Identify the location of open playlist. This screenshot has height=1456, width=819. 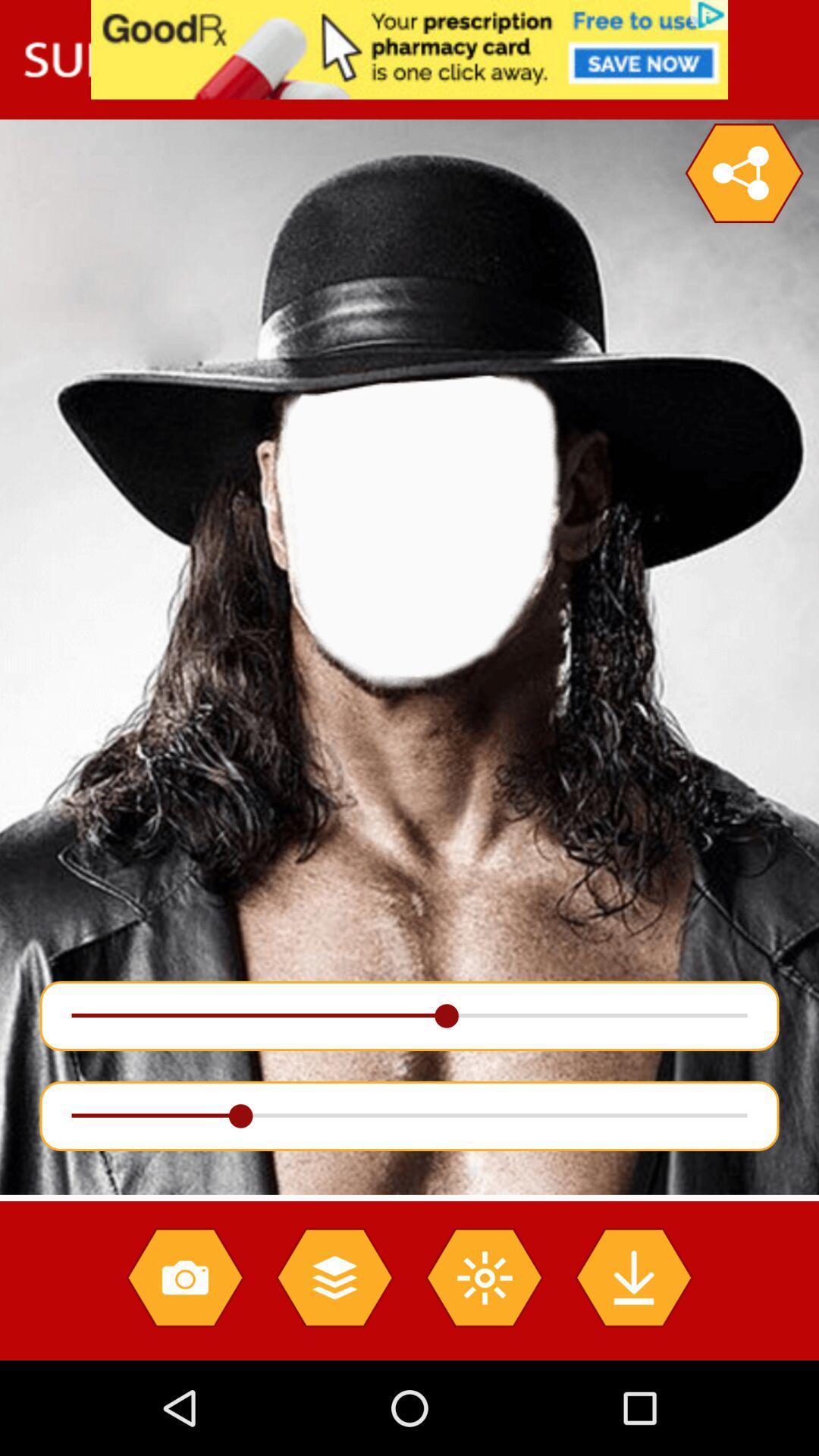
(334, 1276).